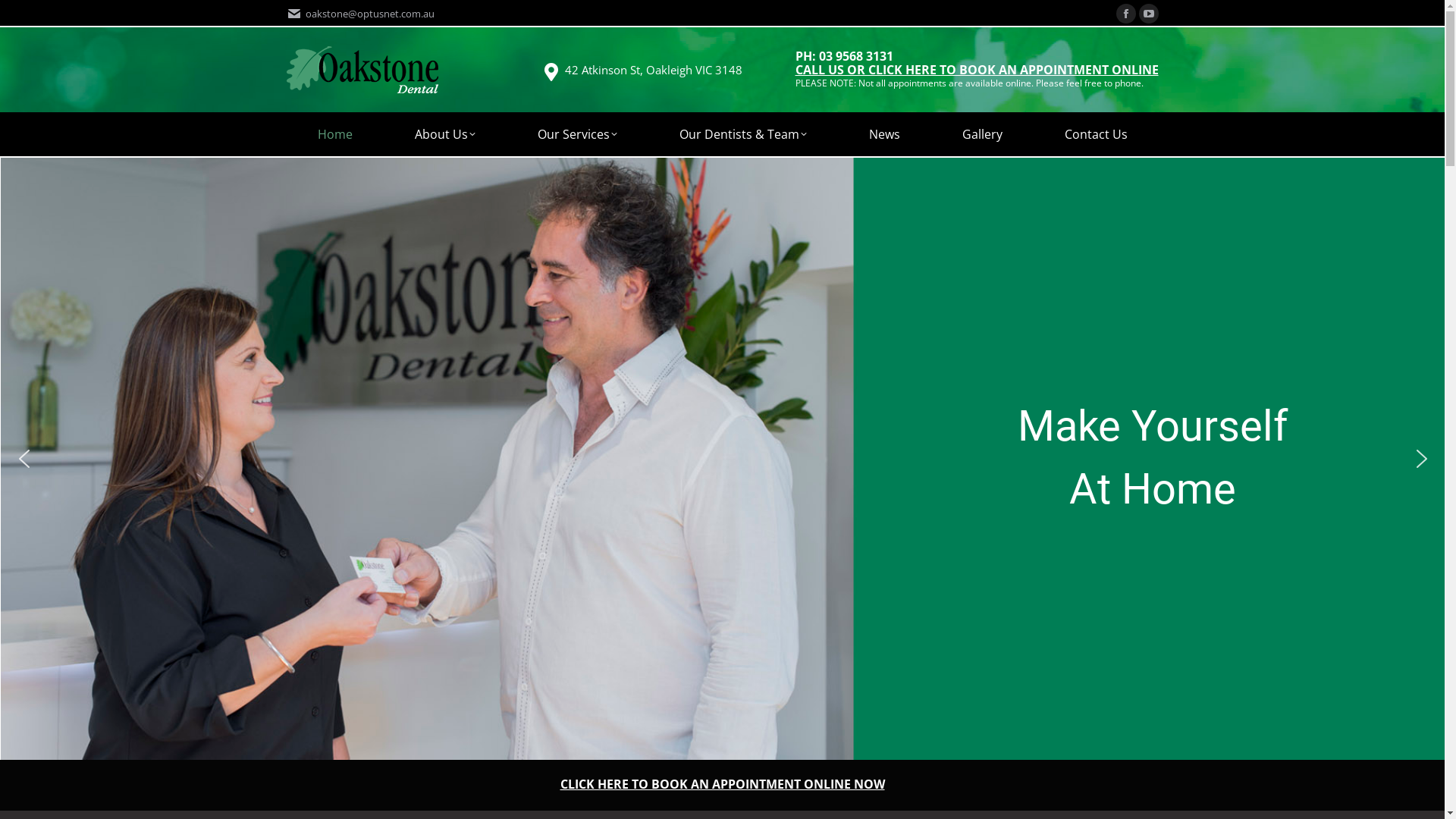 The height and width of the screenshot is (819, 1456). I want to click on 'Contact Us', so click(1095, 133).